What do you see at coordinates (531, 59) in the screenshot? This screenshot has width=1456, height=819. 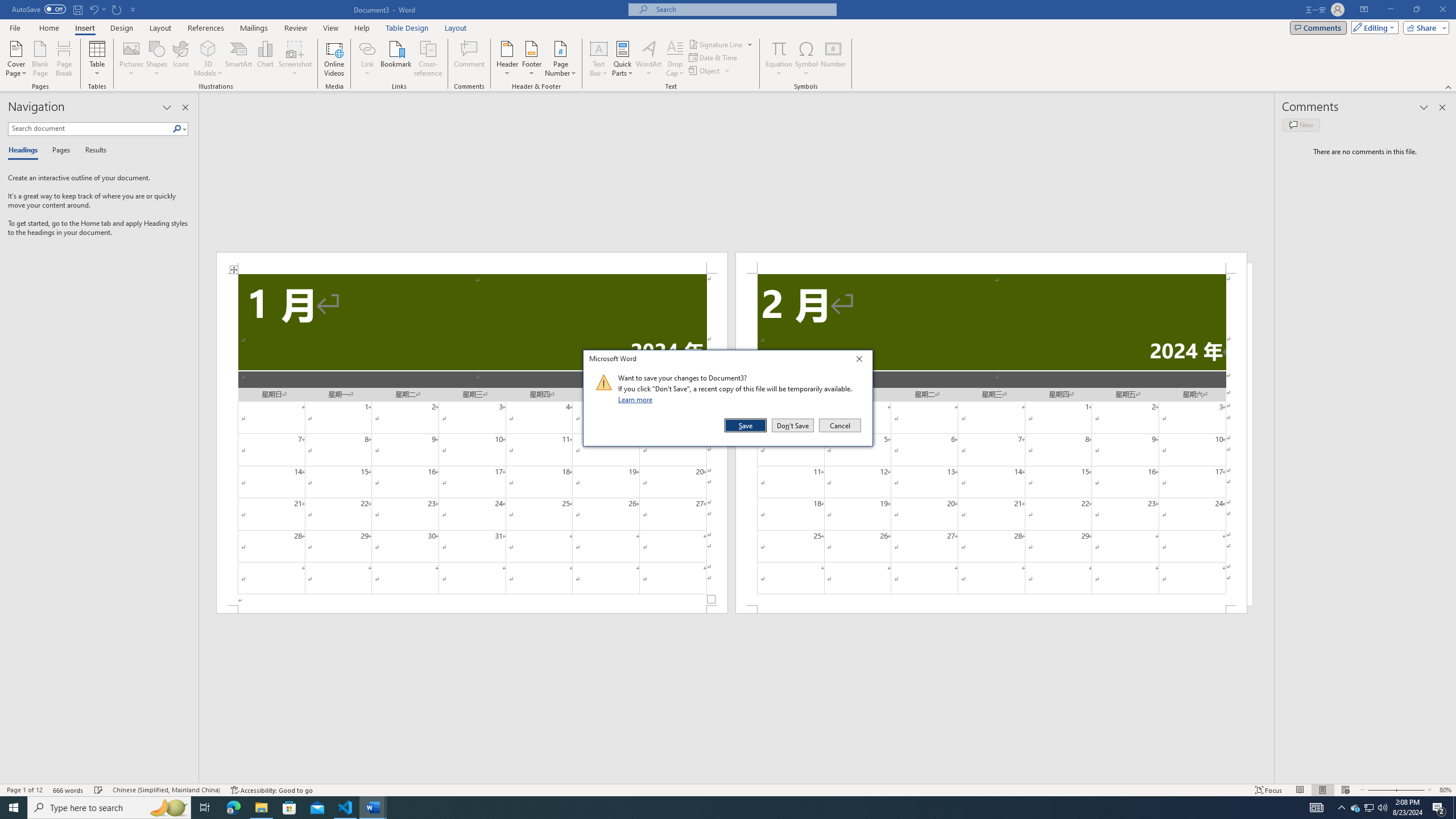 I see `'Footer'` at bounding box center [531, 59].